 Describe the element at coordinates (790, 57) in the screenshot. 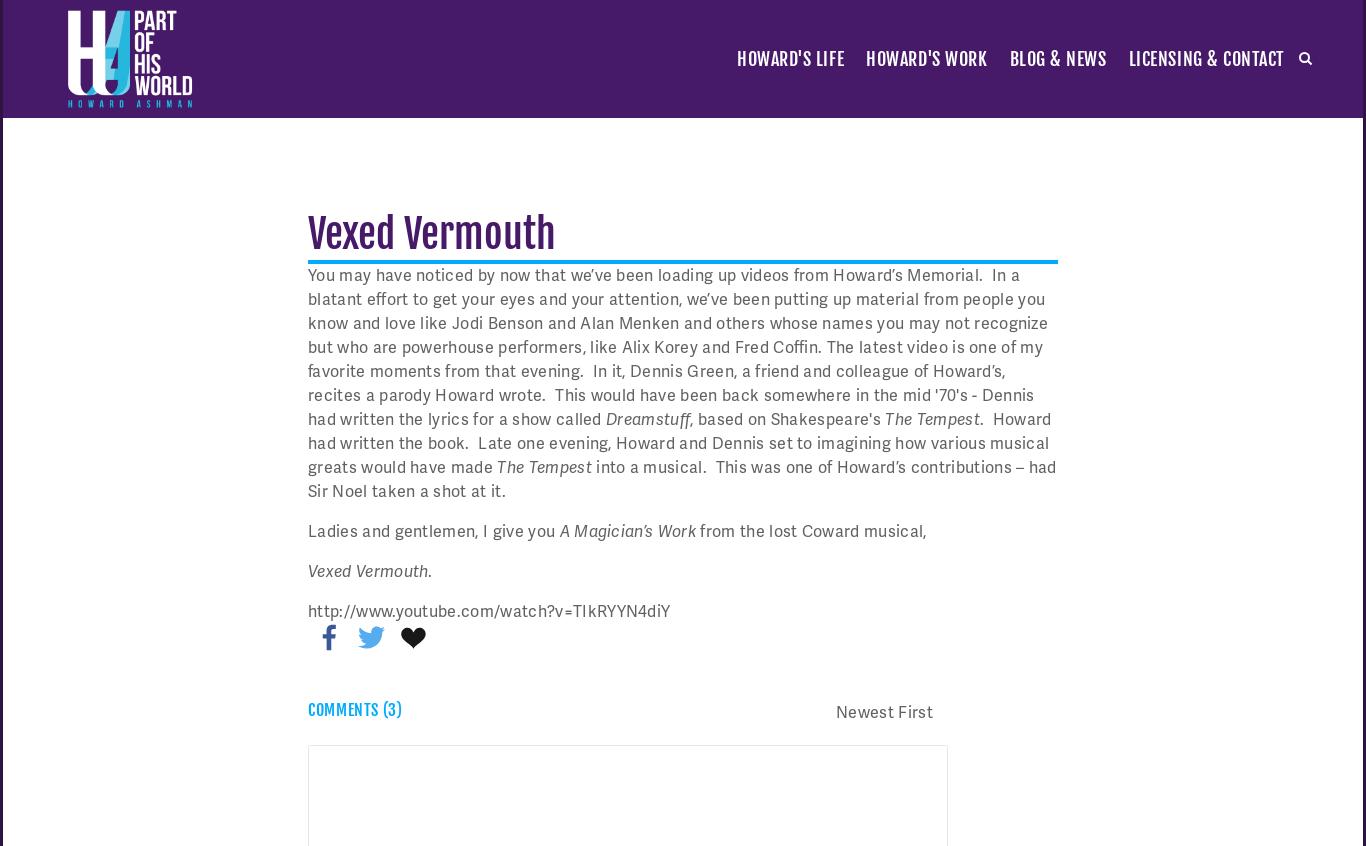

I see `'Howard's Life'` at that location.